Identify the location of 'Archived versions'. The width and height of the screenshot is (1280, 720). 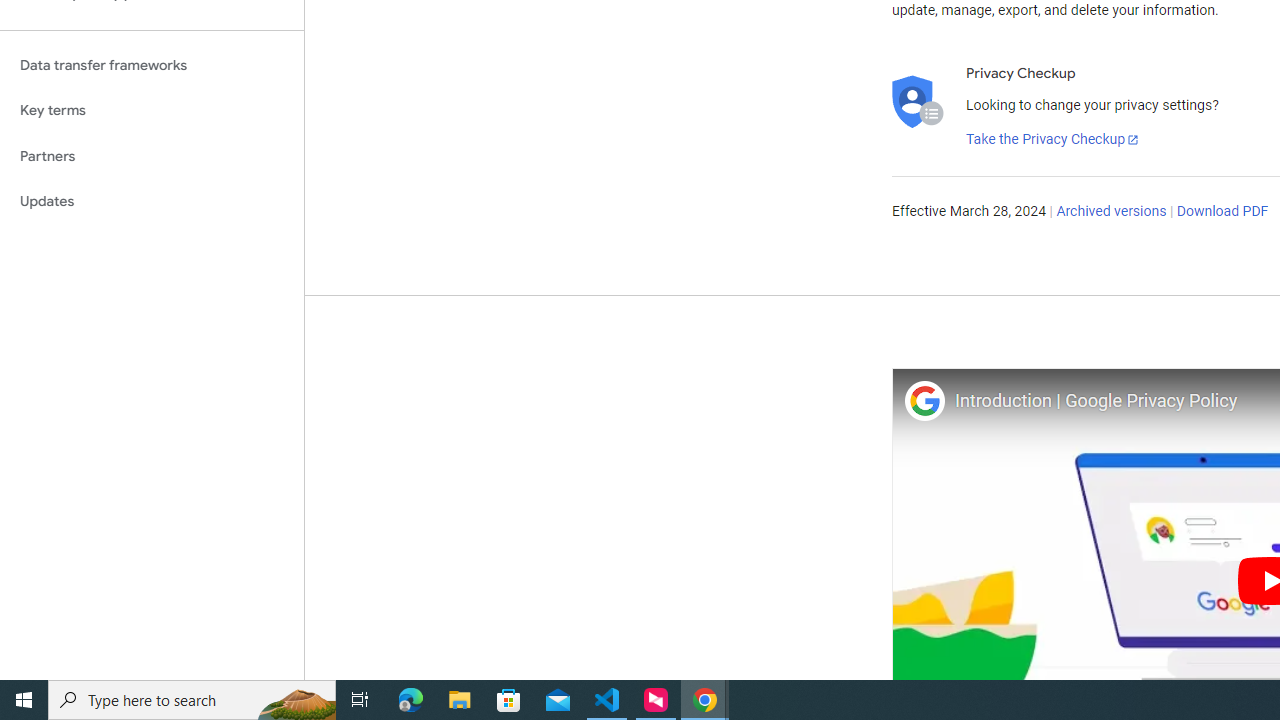
(1110, 212).